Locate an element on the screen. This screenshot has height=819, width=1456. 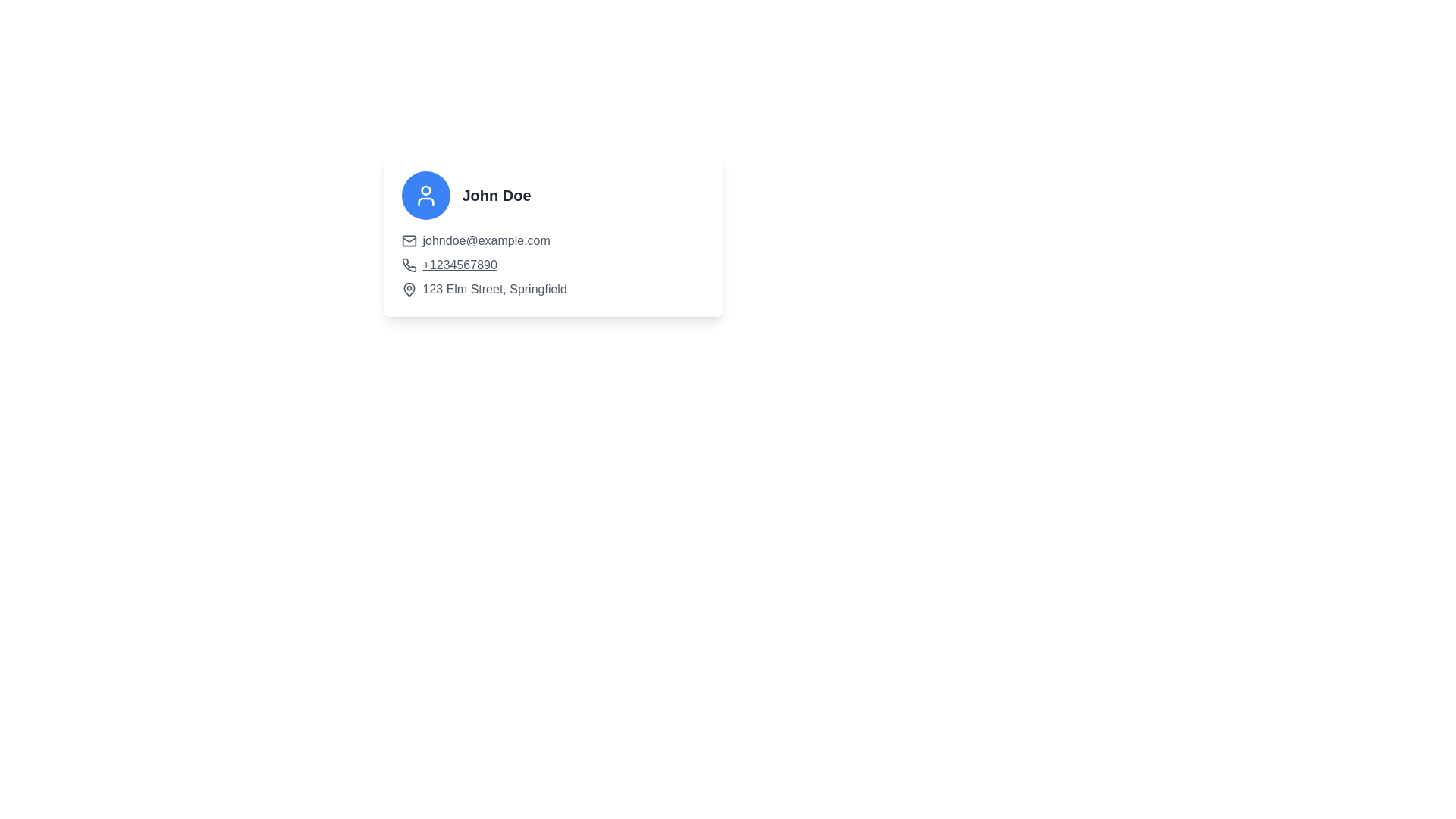
the icon representing the location before the text '123 Elm Street, Springfield' located at the bottom-left of the main info card is located at coordinates (409, 289).